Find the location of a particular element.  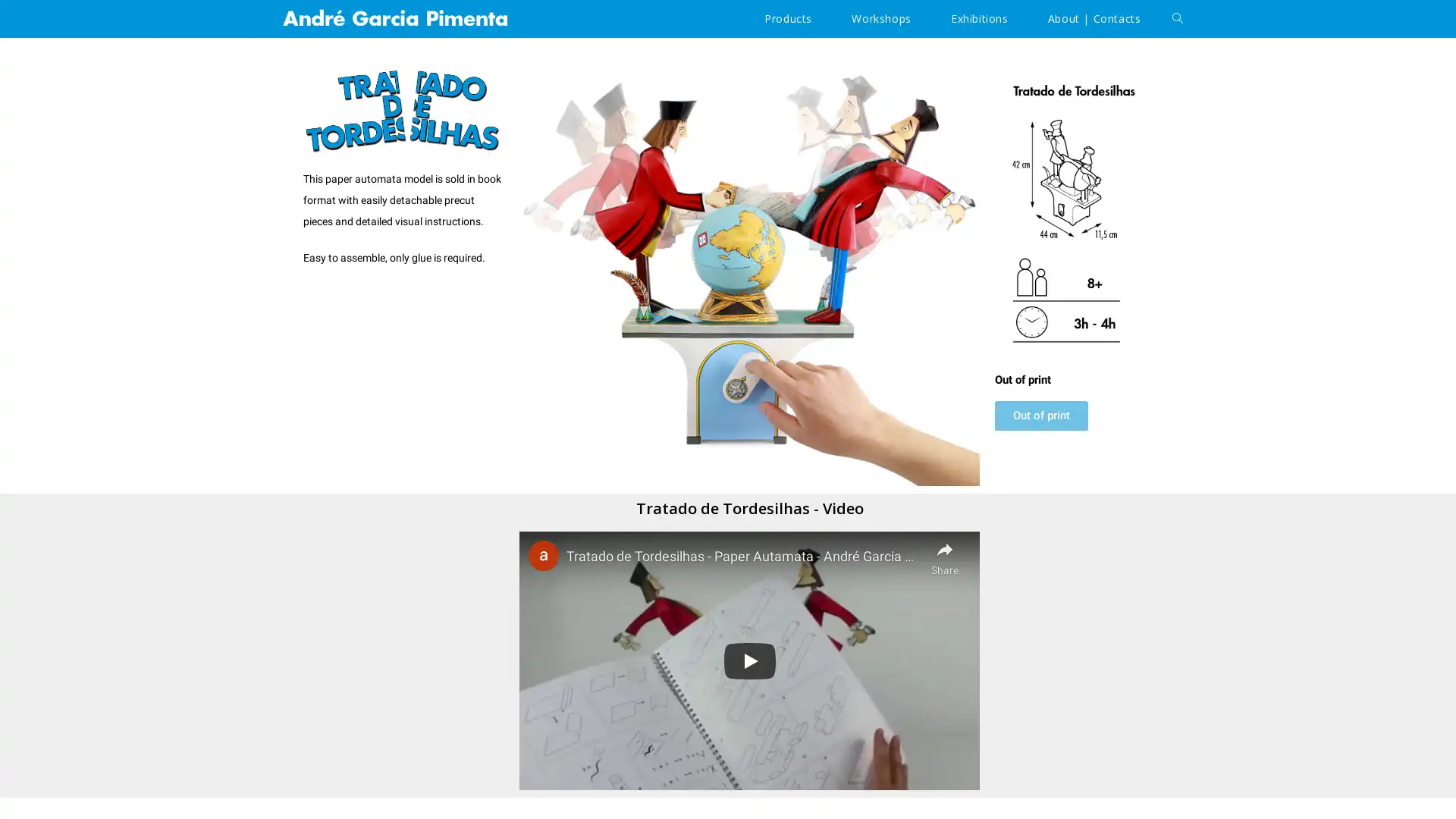

Out of print is located at coordinates (1040, 415).